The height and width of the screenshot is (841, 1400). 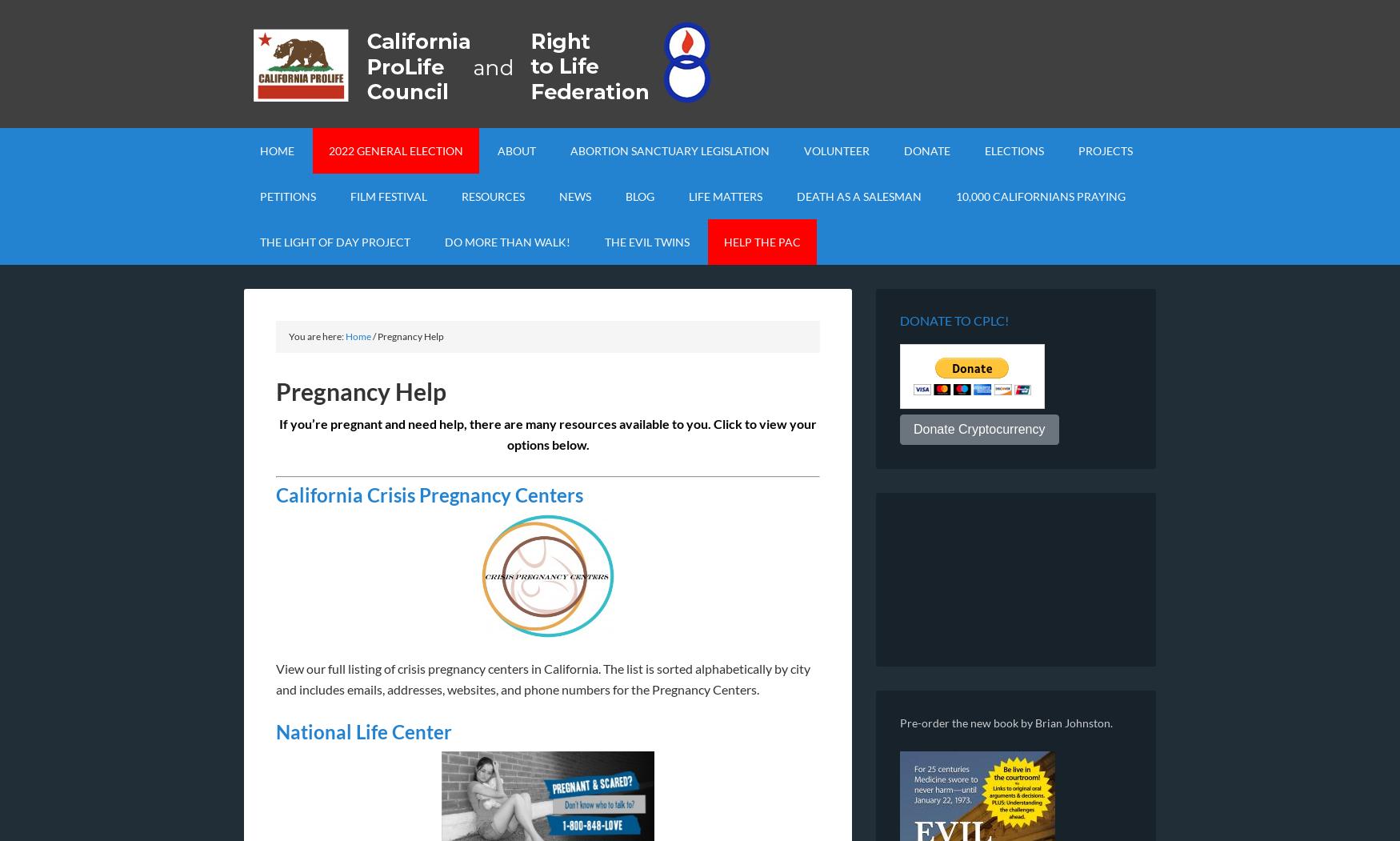 What do you see at coordinates (725, 196) in the screenshot?
I see `'Life Matters'` at bounding box center [725, 196].